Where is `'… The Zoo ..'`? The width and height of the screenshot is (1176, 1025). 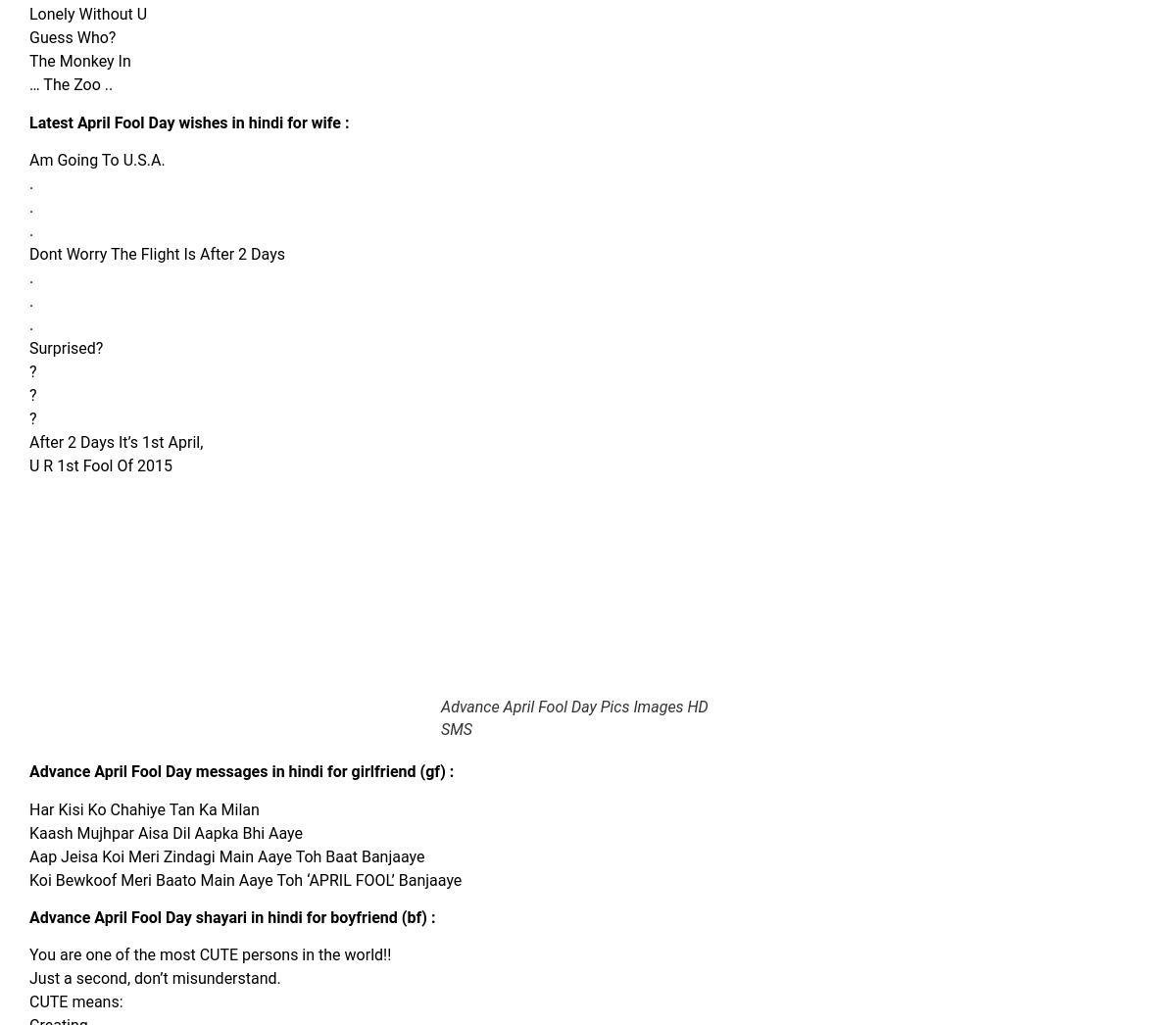 '… The Zoo ..' is located at coordinates (71, 84).